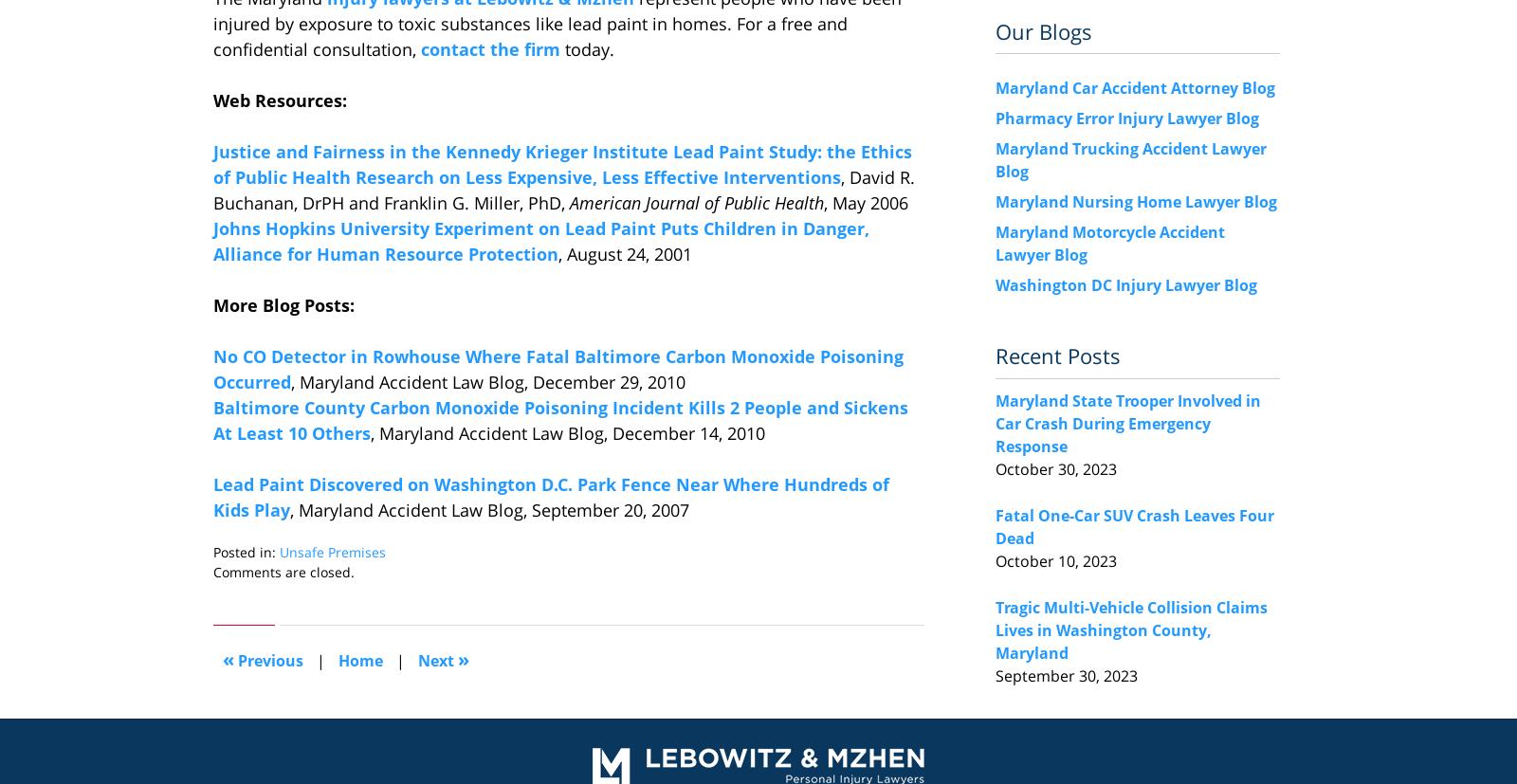 Image resolution: width=1517 pixels, height=784 pixels. What do you see at coordinates (1130, 159) in the screenshot?
I see `'Maryland Trucking Accident Lawyer Blog'` at bounding box center [1130, 159].